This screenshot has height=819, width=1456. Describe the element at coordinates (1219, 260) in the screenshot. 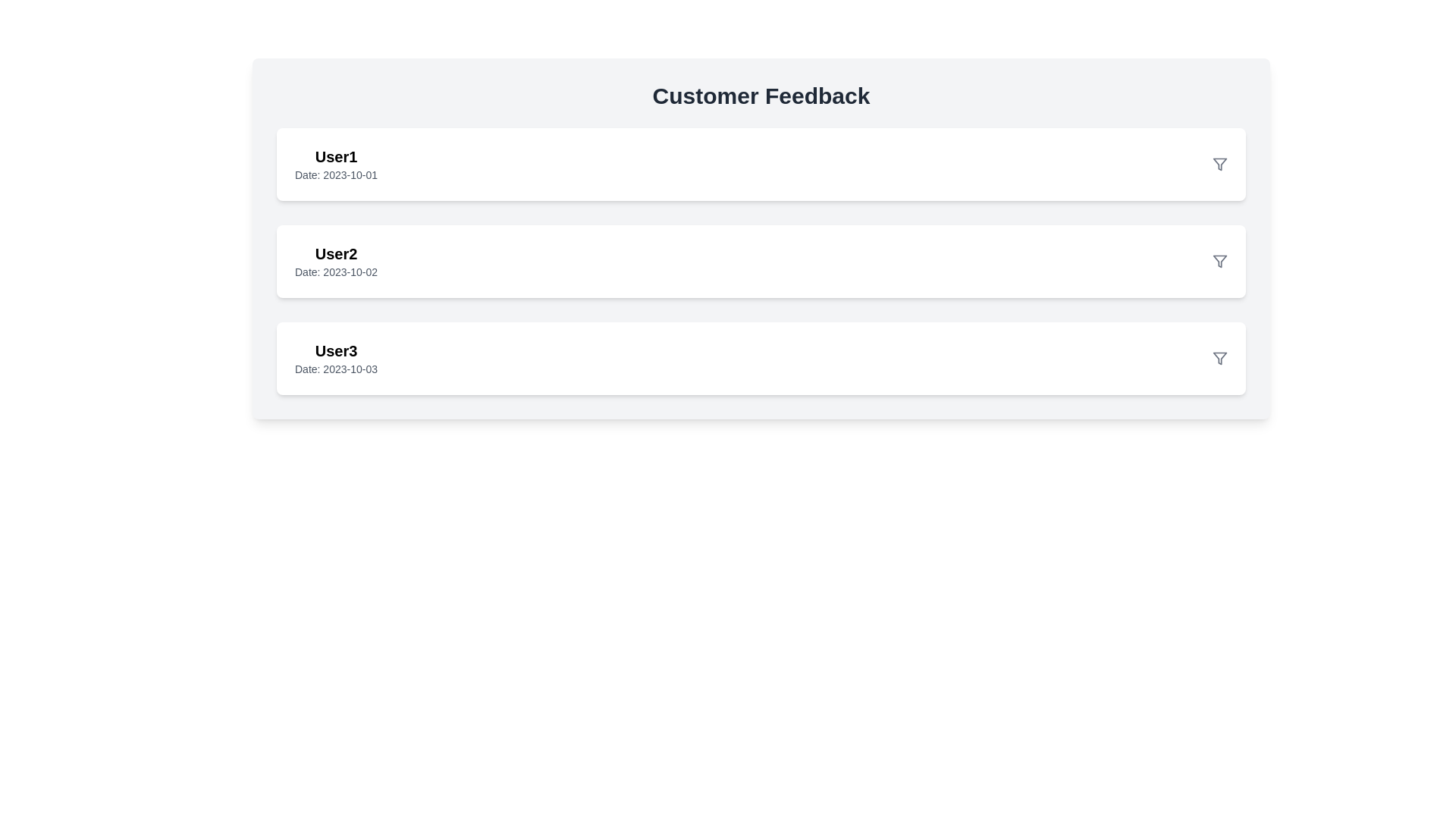

I see `the filter button for actions related to the 'User2' section, which is the third interactive icon from the top on the far-right of the user-related information panel` at that location.